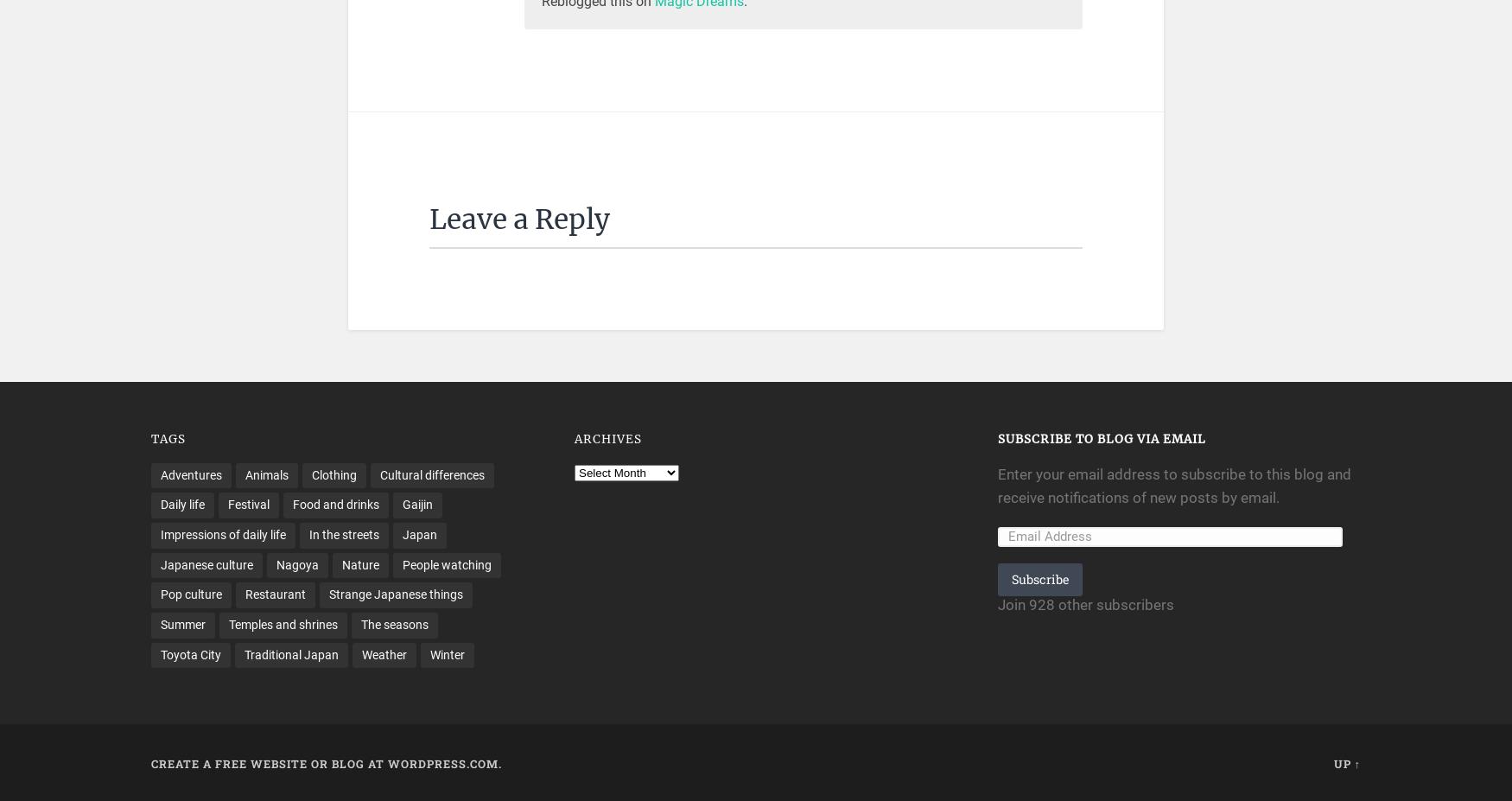 This screenshot has height=801, width=1512. Describe the element at coordinates (266, 474) in the screenshot. I see `'Animals'` at that location.